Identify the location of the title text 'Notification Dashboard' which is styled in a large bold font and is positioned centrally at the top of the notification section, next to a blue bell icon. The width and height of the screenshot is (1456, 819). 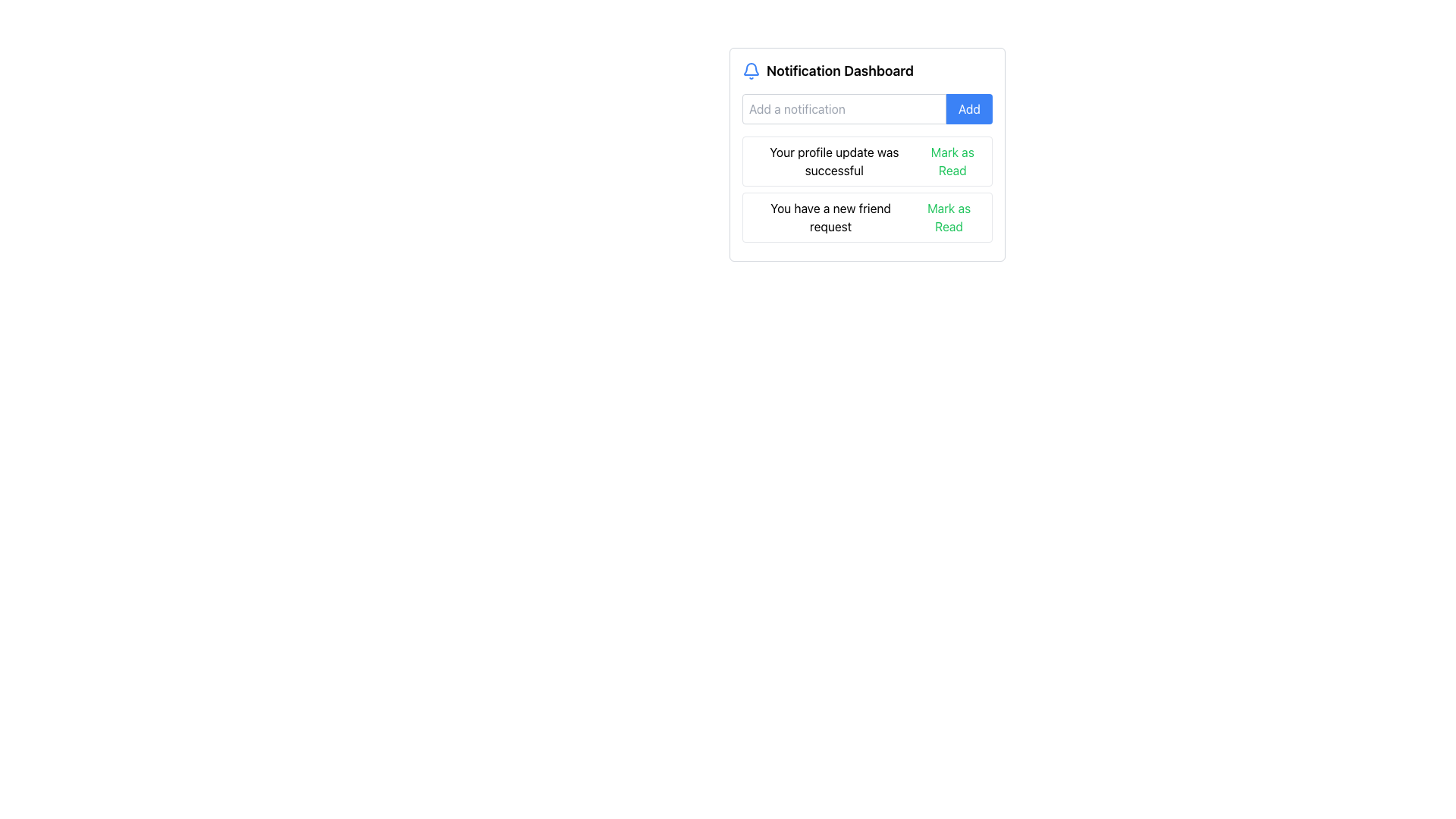
(839, 71).